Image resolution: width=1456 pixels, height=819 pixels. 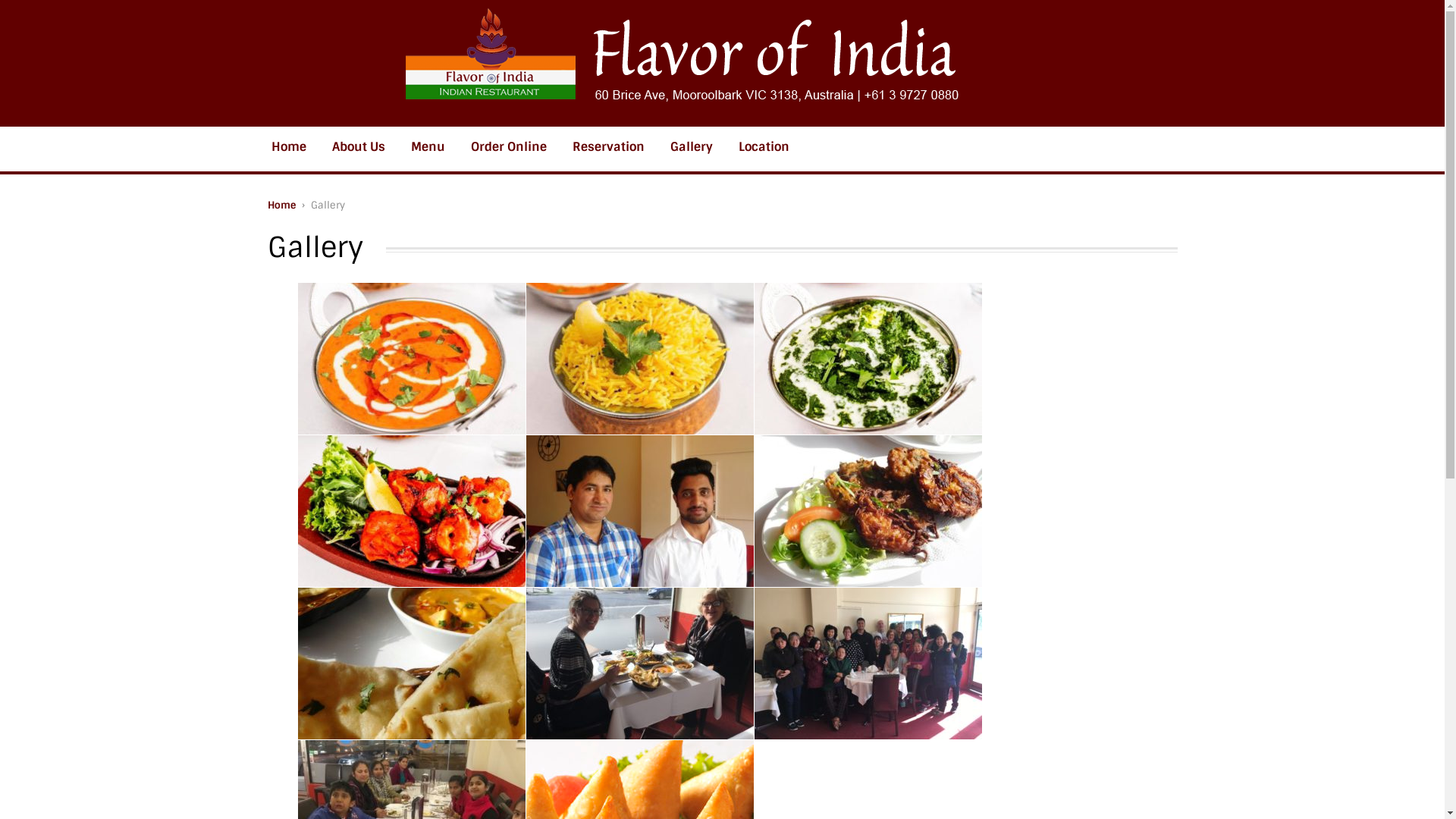 What do you see at coordinates (640, 511) in the screenshot?
I see `'gal1'` at bounding box center [640, 511].